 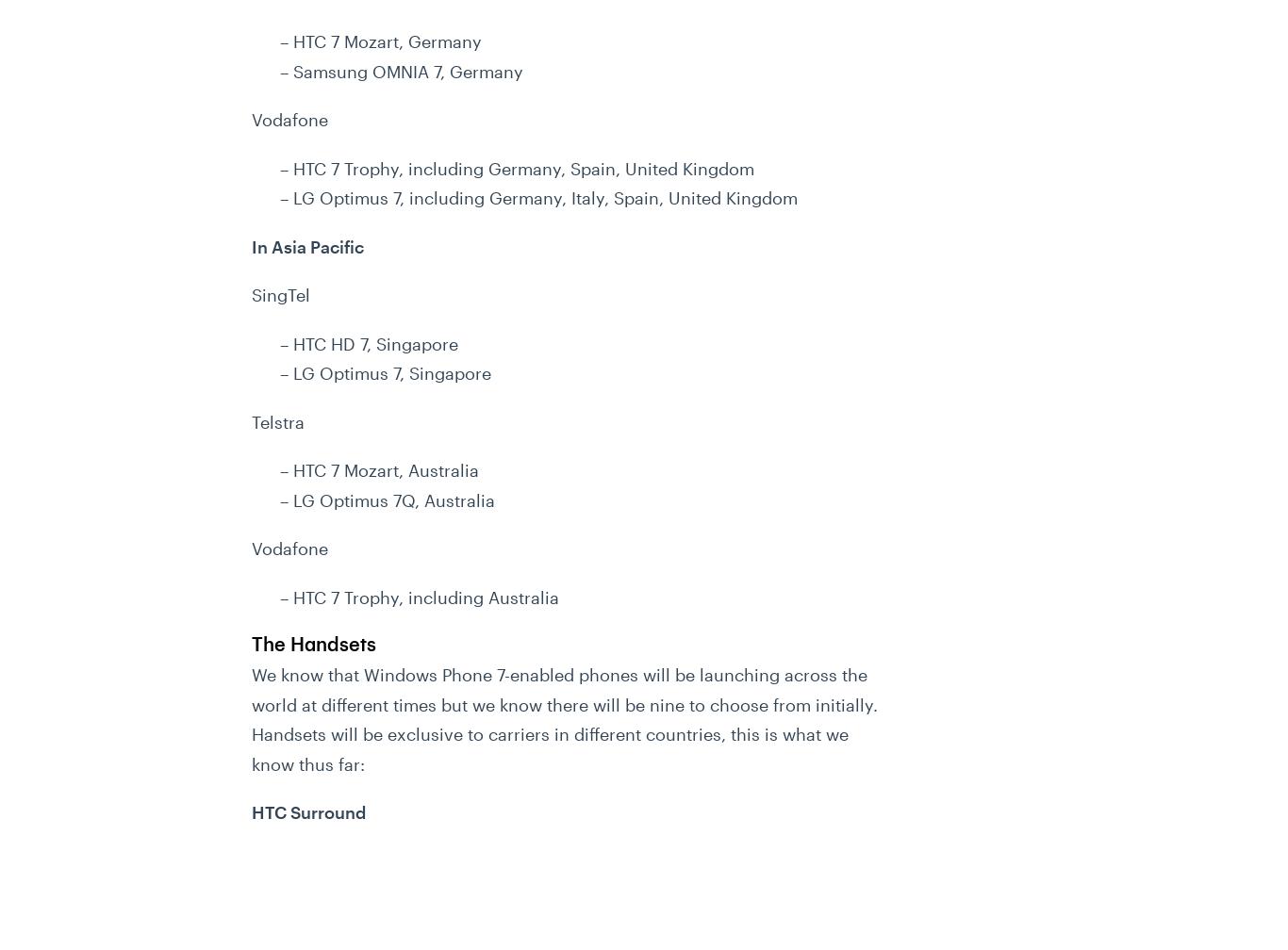 What do you see at coordinates (563, 718) in the screenshot?
I see `'We know that Windows Phone 7-enabled phones will be launching across the world at different times but we know there will be nine to choose from initially. Handsets will be exclusive to carriers in different countries, this is what we know thus far:'` at bounding box center [563, 718].